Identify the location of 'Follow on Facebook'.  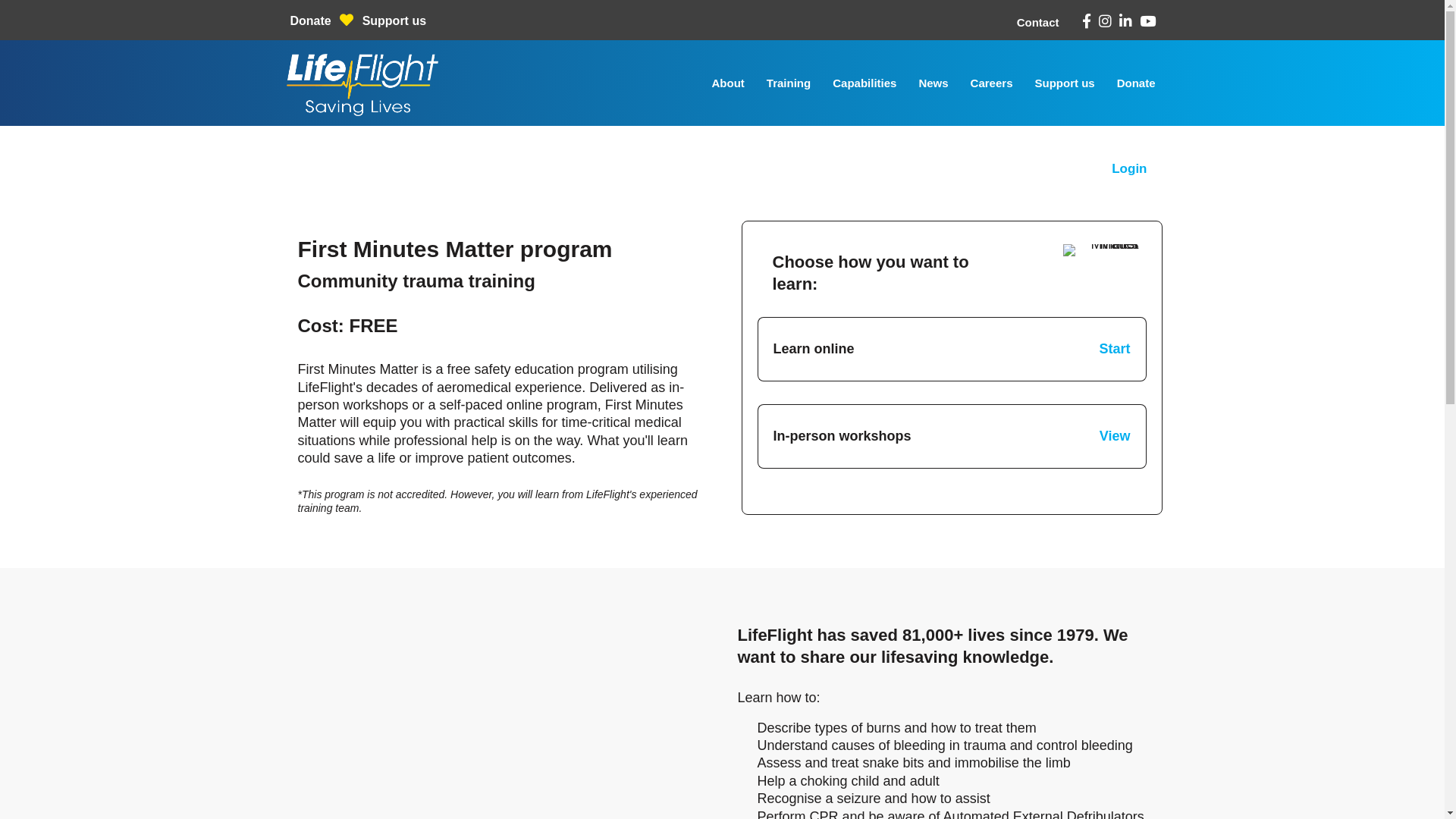
(1080, 21).